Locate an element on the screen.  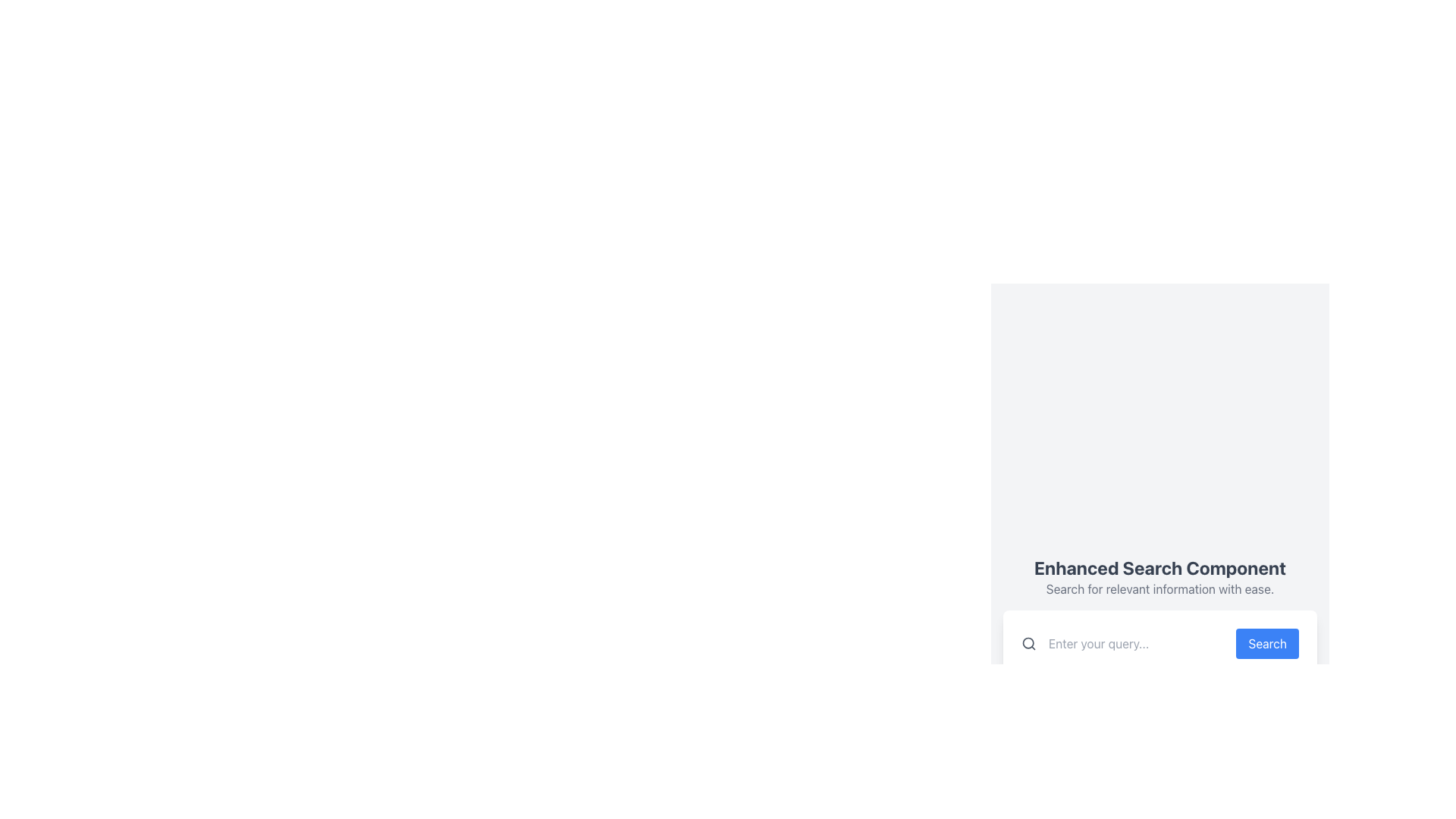
the descriptive subtitle text element located below the 'Enhanced Search Component.' is located at coordinates (1159, 588).